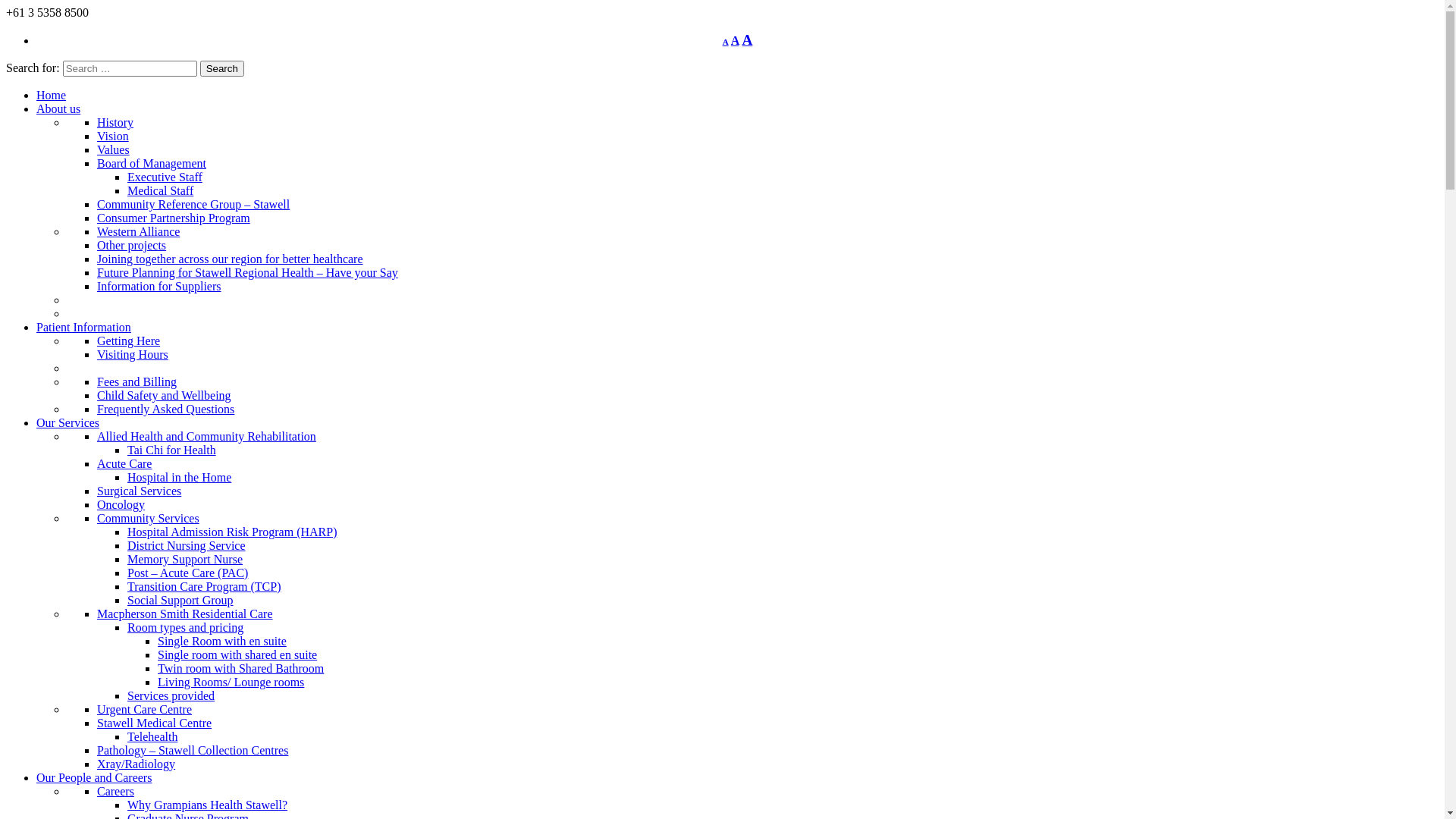  What do you see at coordinates (735, 39) in the screenshot?
I see `'A'` at bounding box center [735, 39].